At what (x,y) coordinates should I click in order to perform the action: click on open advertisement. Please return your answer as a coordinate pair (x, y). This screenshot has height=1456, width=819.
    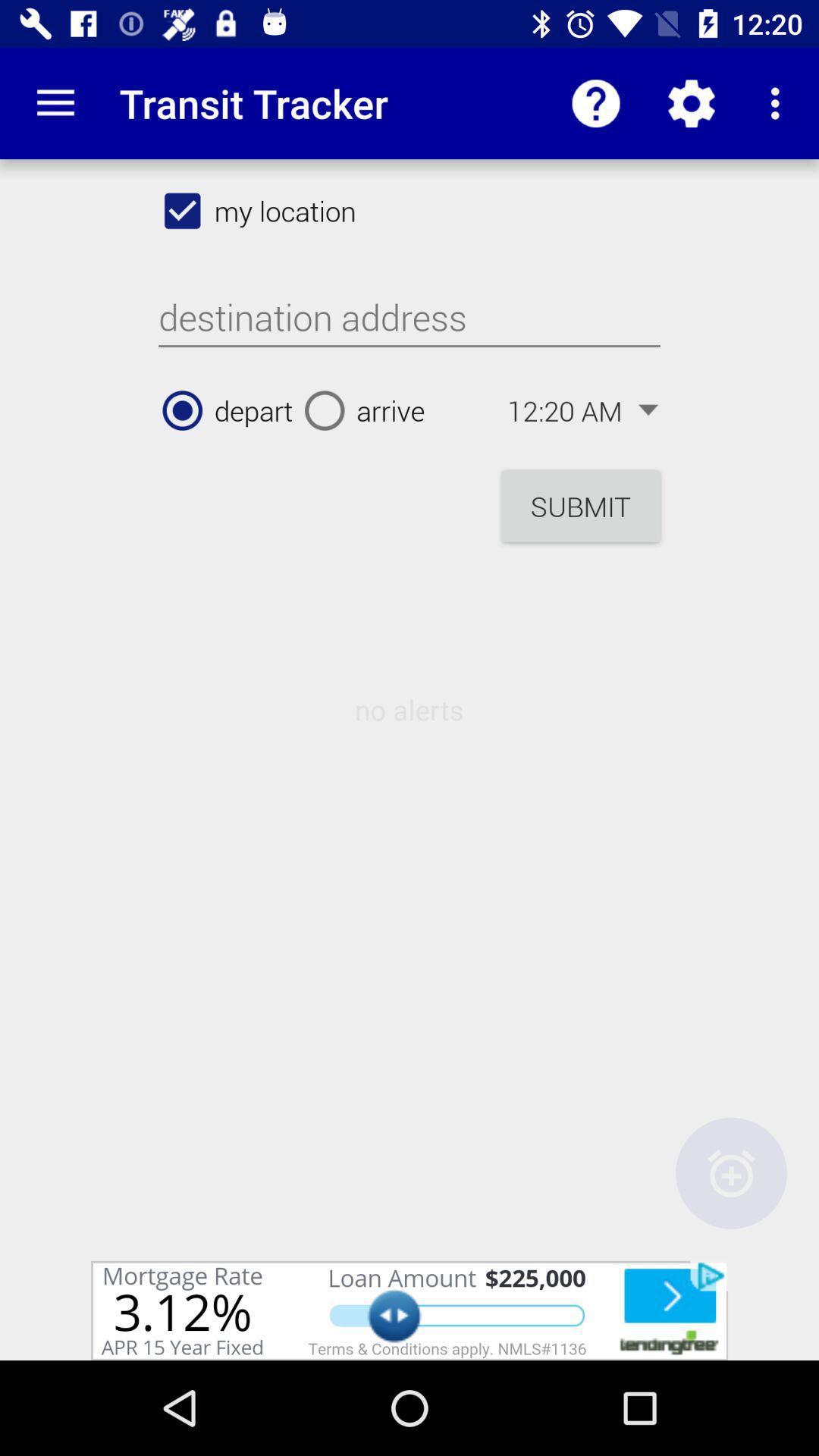
    Looking at the image, I should click on (409, 1310).